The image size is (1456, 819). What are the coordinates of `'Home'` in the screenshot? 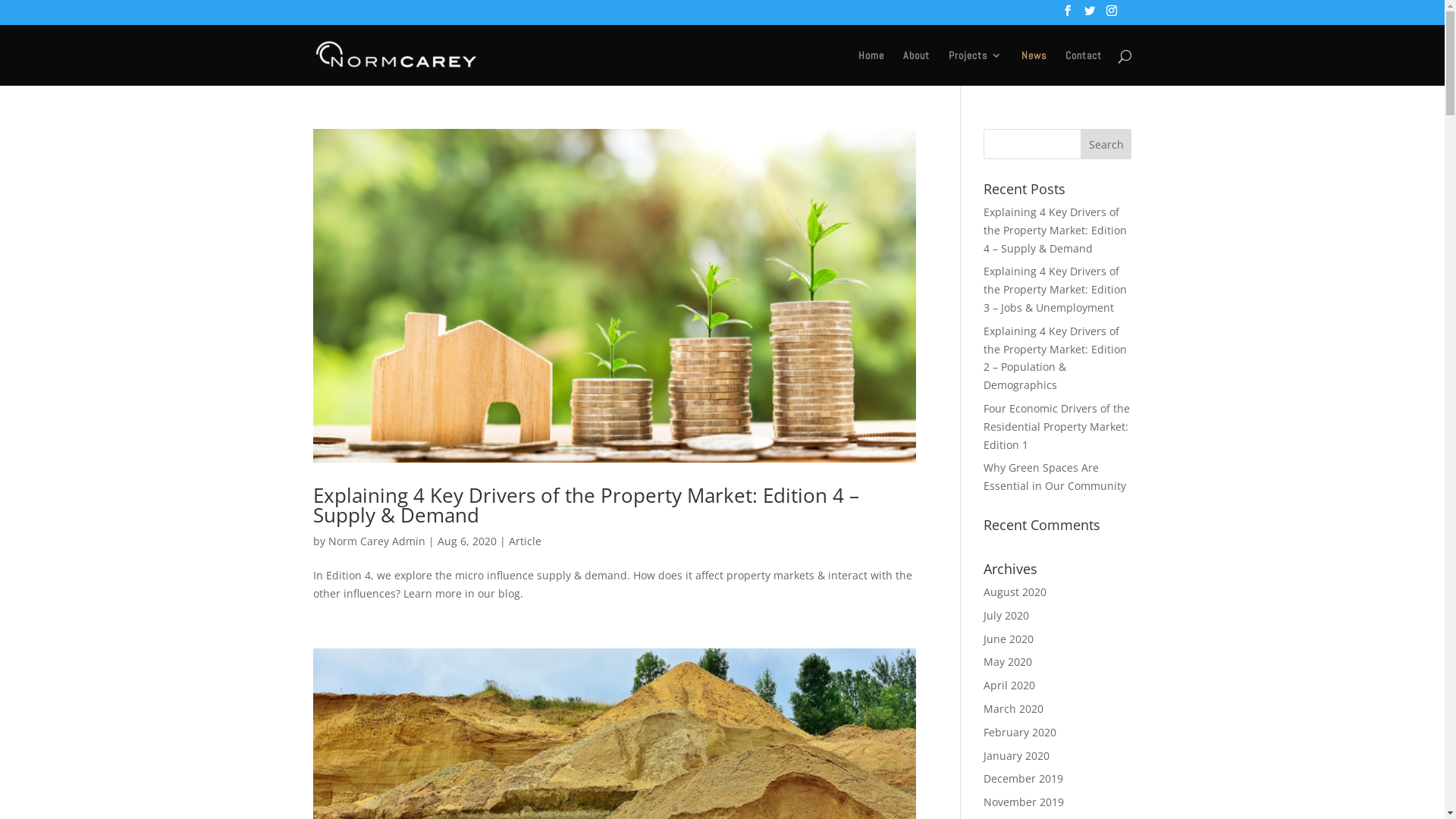 It's located at (871, 67).